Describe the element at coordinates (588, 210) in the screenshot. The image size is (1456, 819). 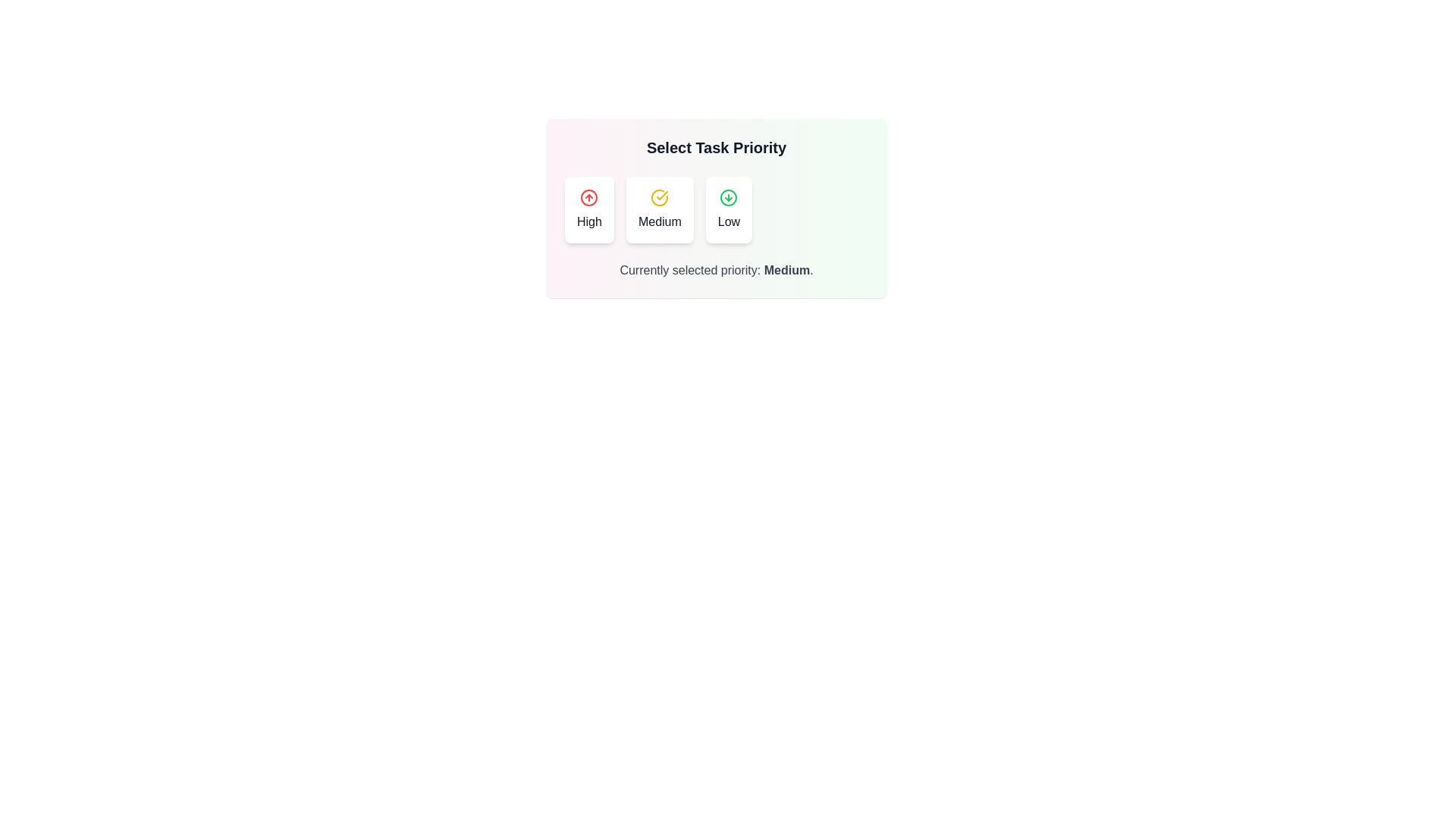
I see `the priority level High by clicking on the corresponding option` at that location.